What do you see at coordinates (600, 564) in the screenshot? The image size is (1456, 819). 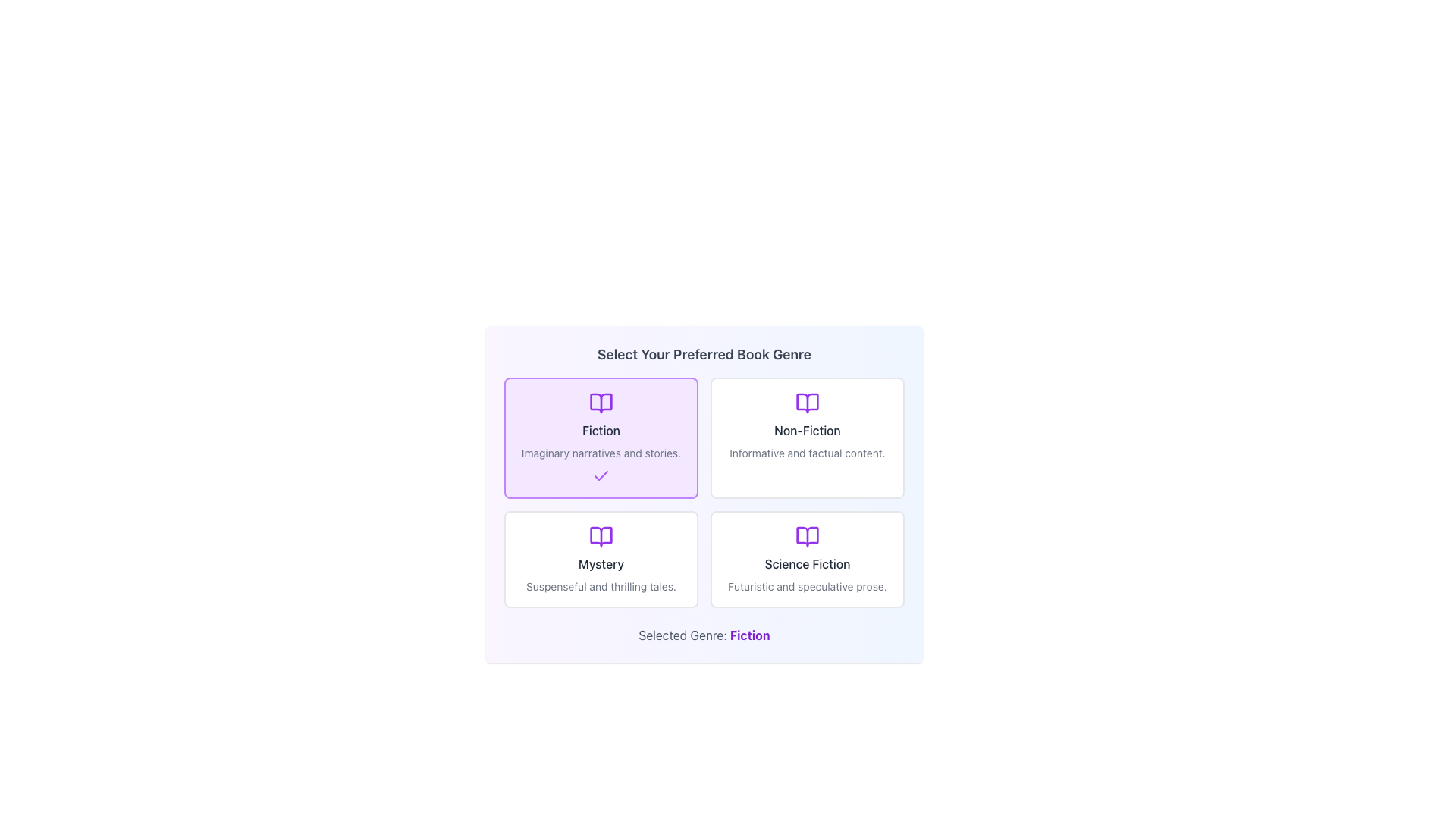 I see `the genre title label that displays the context for selecting a book genre, positioned in the upper section of the bottom-left genre selection card` at bounding box center [600, 564].